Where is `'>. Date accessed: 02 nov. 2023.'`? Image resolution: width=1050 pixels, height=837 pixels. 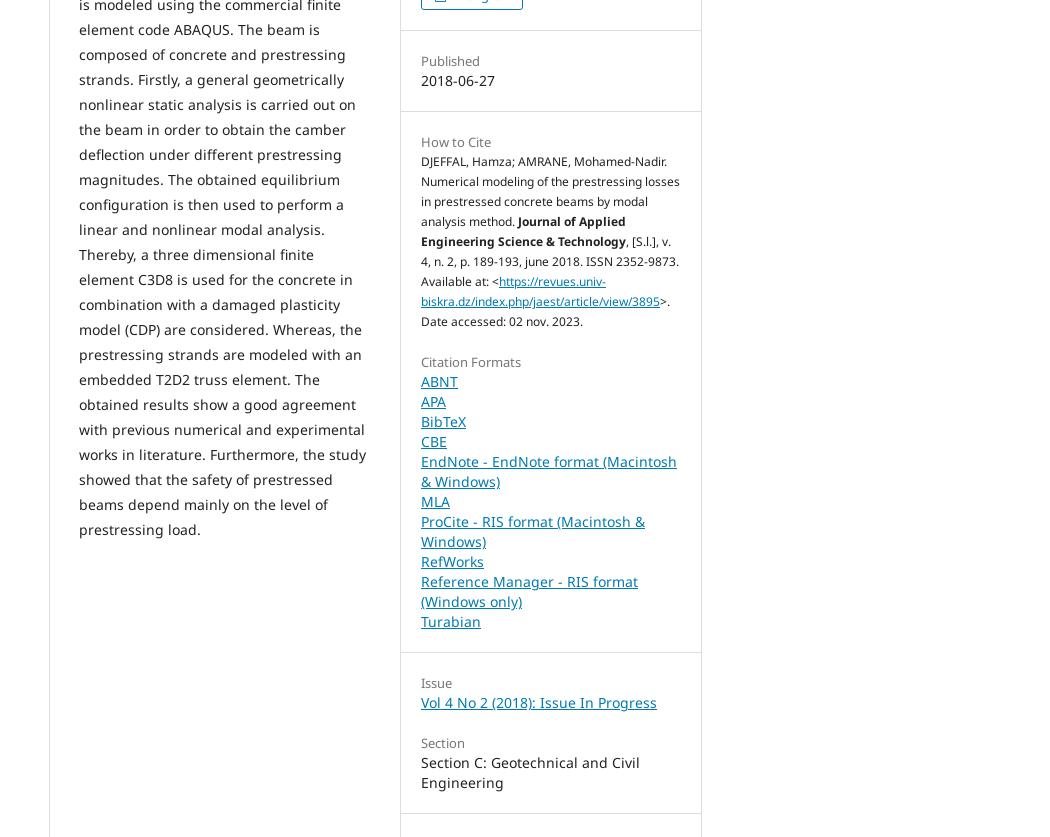
'>. Date accessed: 02 nov. 2023.' is located at coordinates (545, 311).